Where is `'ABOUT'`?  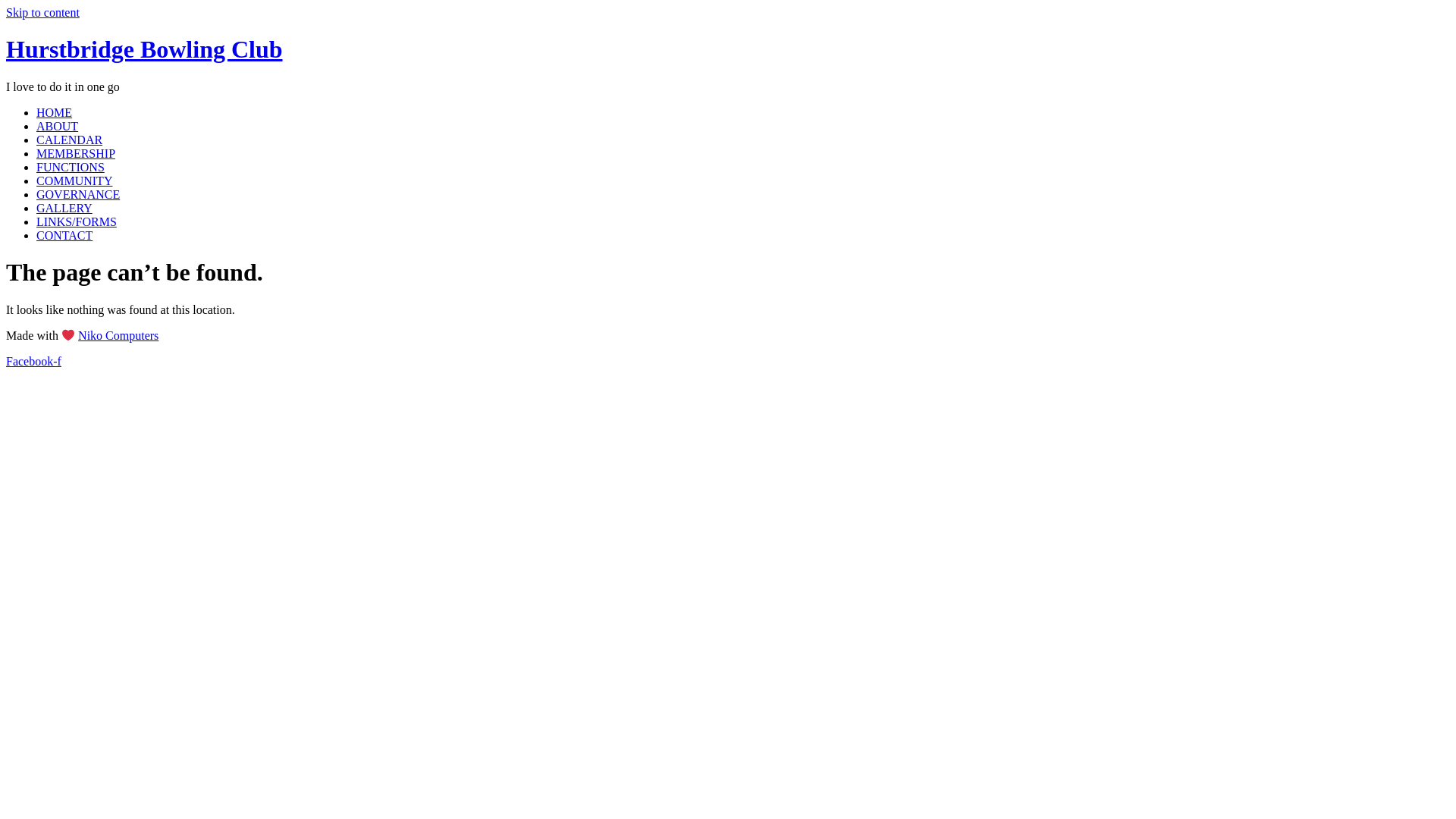
'ABOUT' is located at coordinates (57, 125).